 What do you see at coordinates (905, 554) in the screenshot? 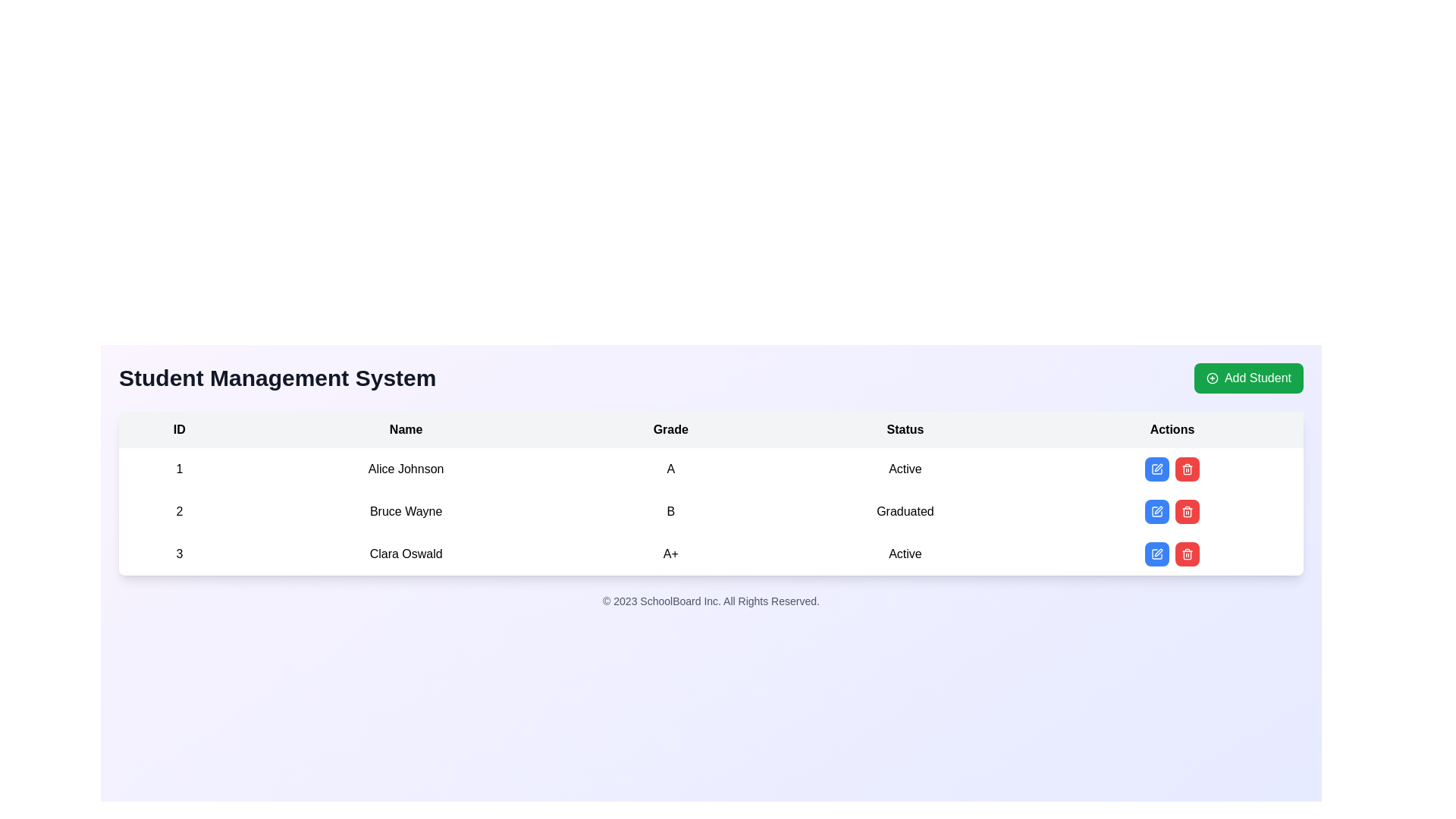
I see `the 'Status' text element indicating 'Active' for a student in the Student Management System table located in the fourth column of the third row` at bounding box center [905, 554].